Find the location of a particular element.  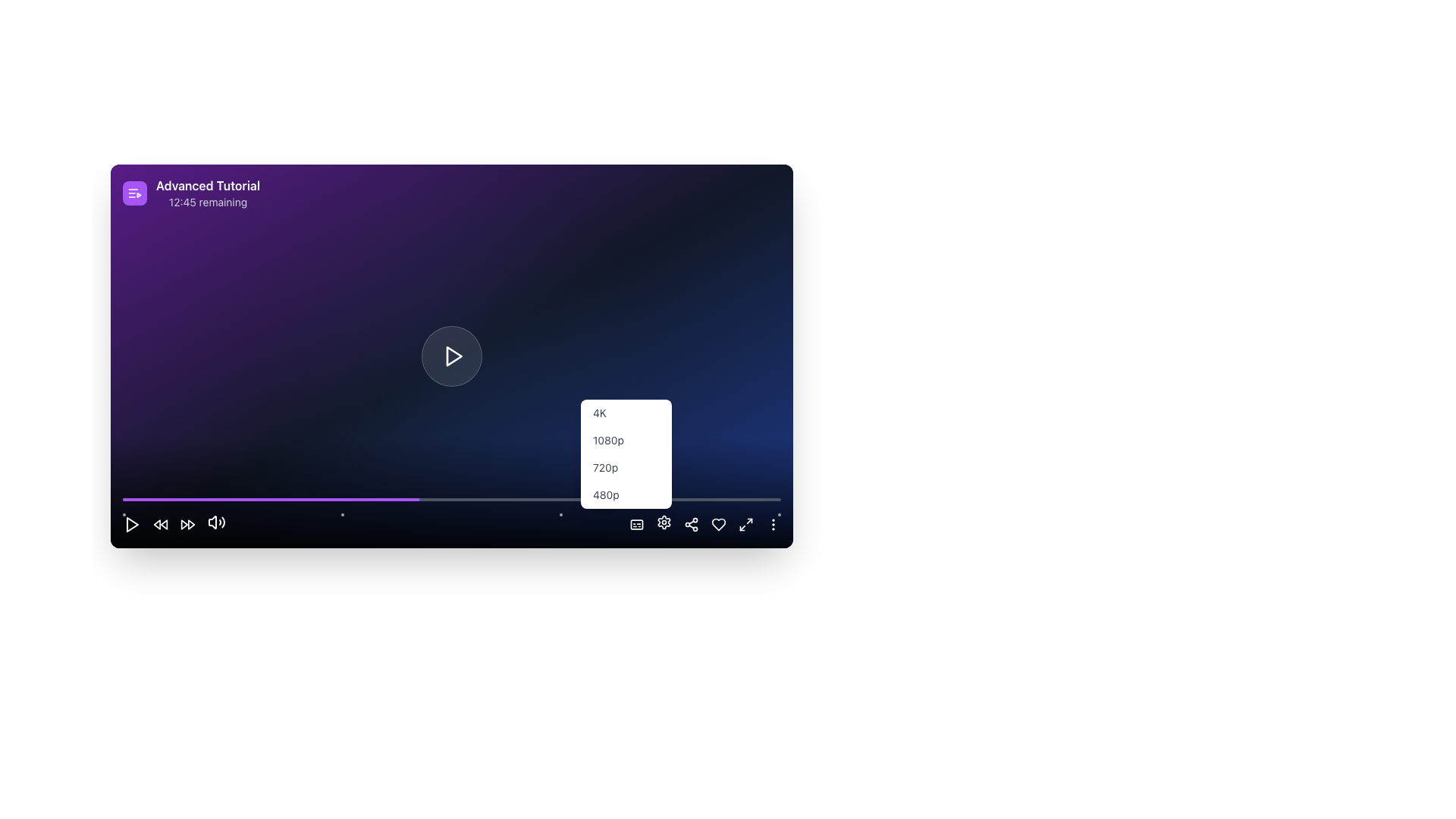

the heart-shaped icon in the lower right corner of the video player interface to change its color to purple is located at coordinates (718, 523).